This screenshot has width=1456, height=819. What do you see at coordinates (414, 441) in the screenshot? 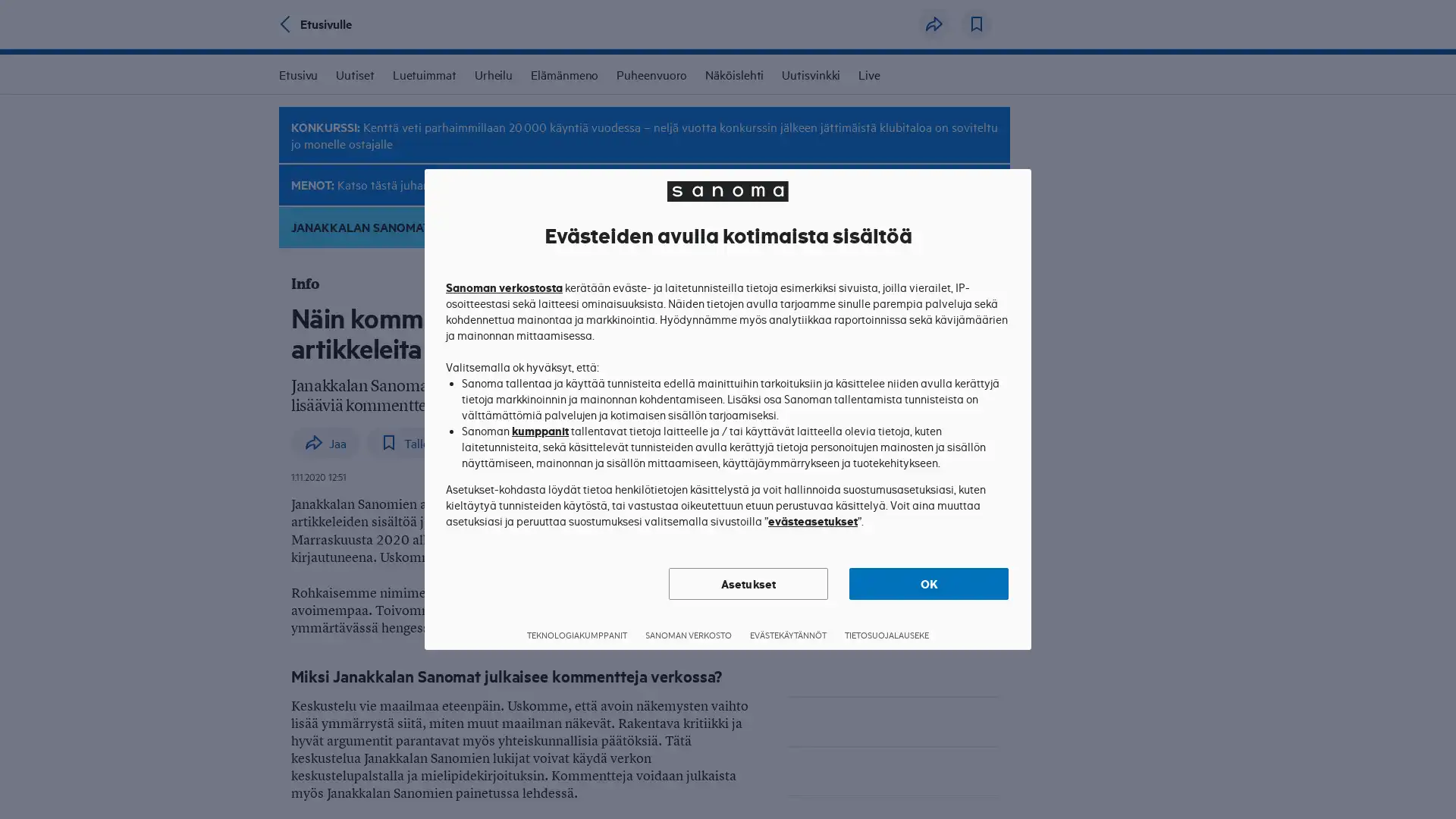
I see `Tallenna` at bounding box center [414, 441].